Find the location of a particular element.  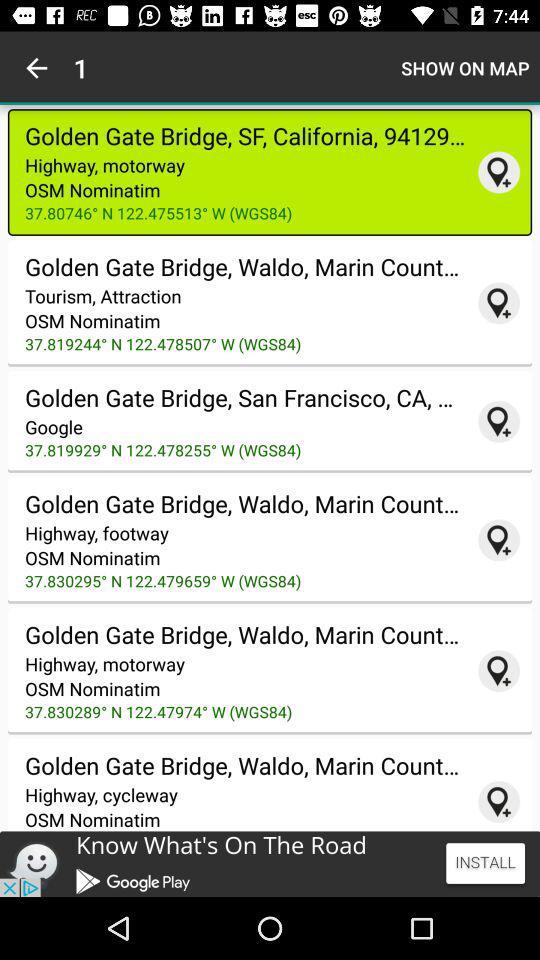

see location is located at coordinates (498, 303).